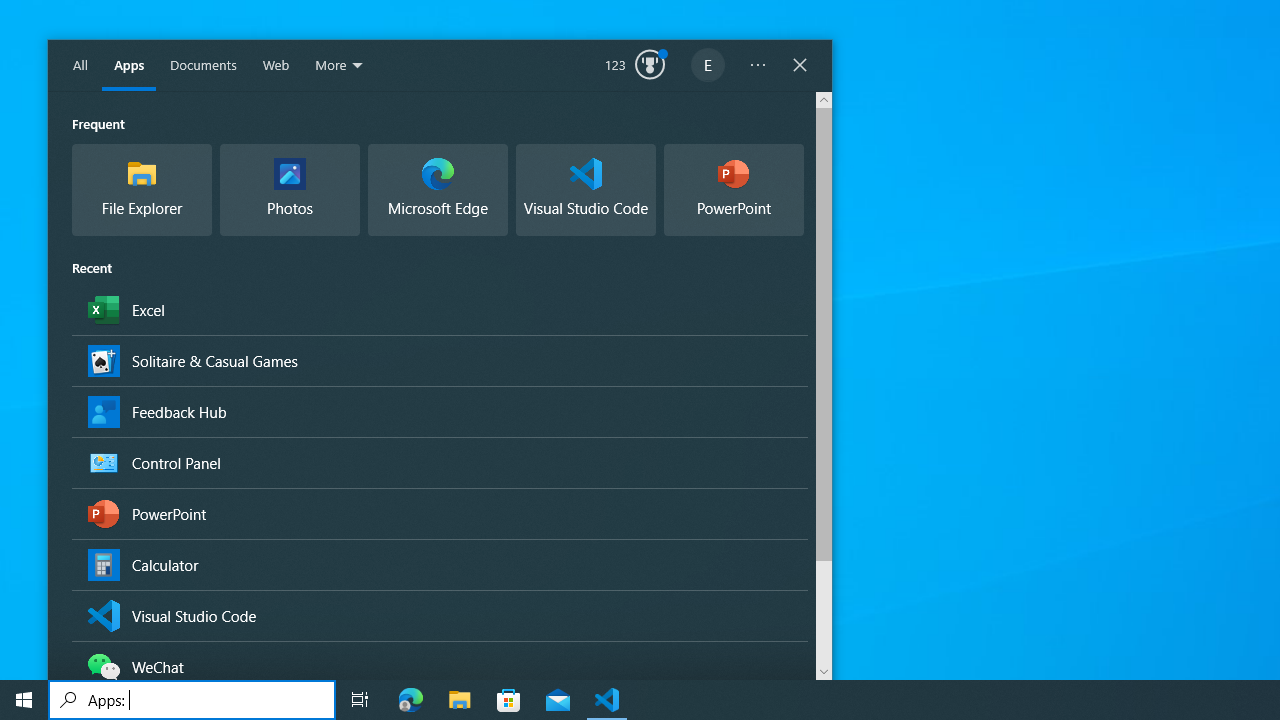 This screenshot has width=1280, height=720. What do you see at coordinates (274, 65) in the screenshot?
I see `'Web'` at bounding box center [274, 65].